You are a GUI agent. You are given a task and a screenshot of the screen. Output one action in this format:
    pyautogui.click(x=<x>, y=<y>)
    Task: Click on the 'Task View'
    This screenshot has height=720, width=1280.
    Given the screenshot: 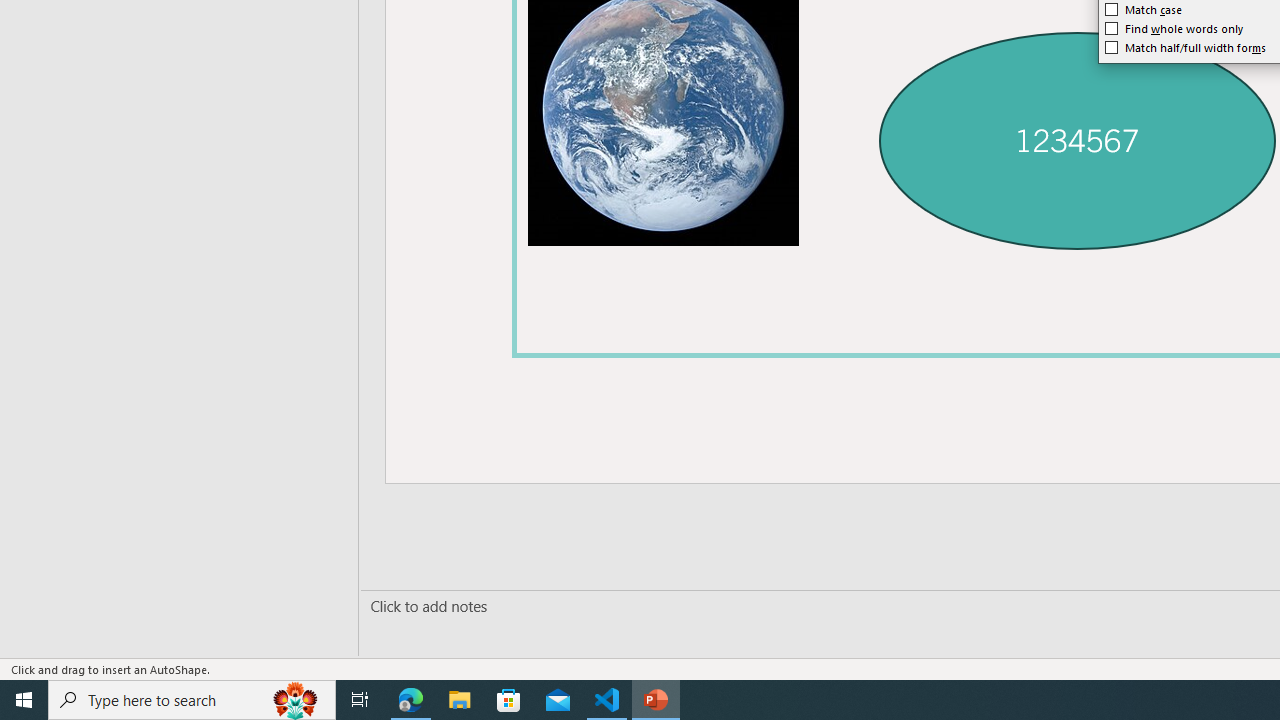 What is the action you would take?
    pyautogui.click(x=359, y=698)
    